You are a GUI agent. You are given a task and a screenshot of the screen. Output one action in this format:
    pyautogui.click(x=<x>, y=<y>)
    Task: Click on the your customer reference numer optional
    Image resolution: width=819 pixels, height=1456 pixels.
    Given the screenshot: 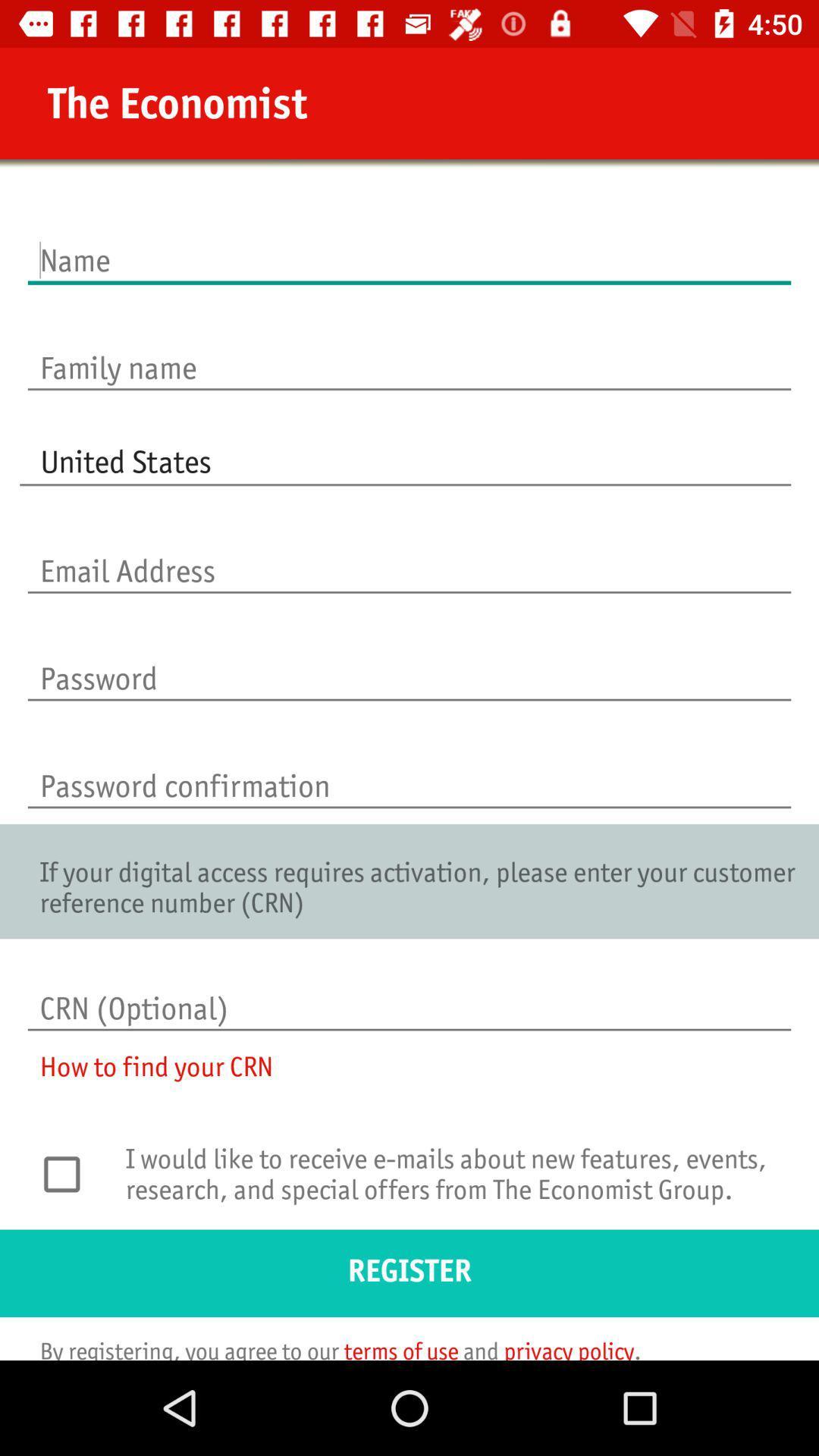 What is the action you would take?
    pyautogui.click(x=409, y=993)
    